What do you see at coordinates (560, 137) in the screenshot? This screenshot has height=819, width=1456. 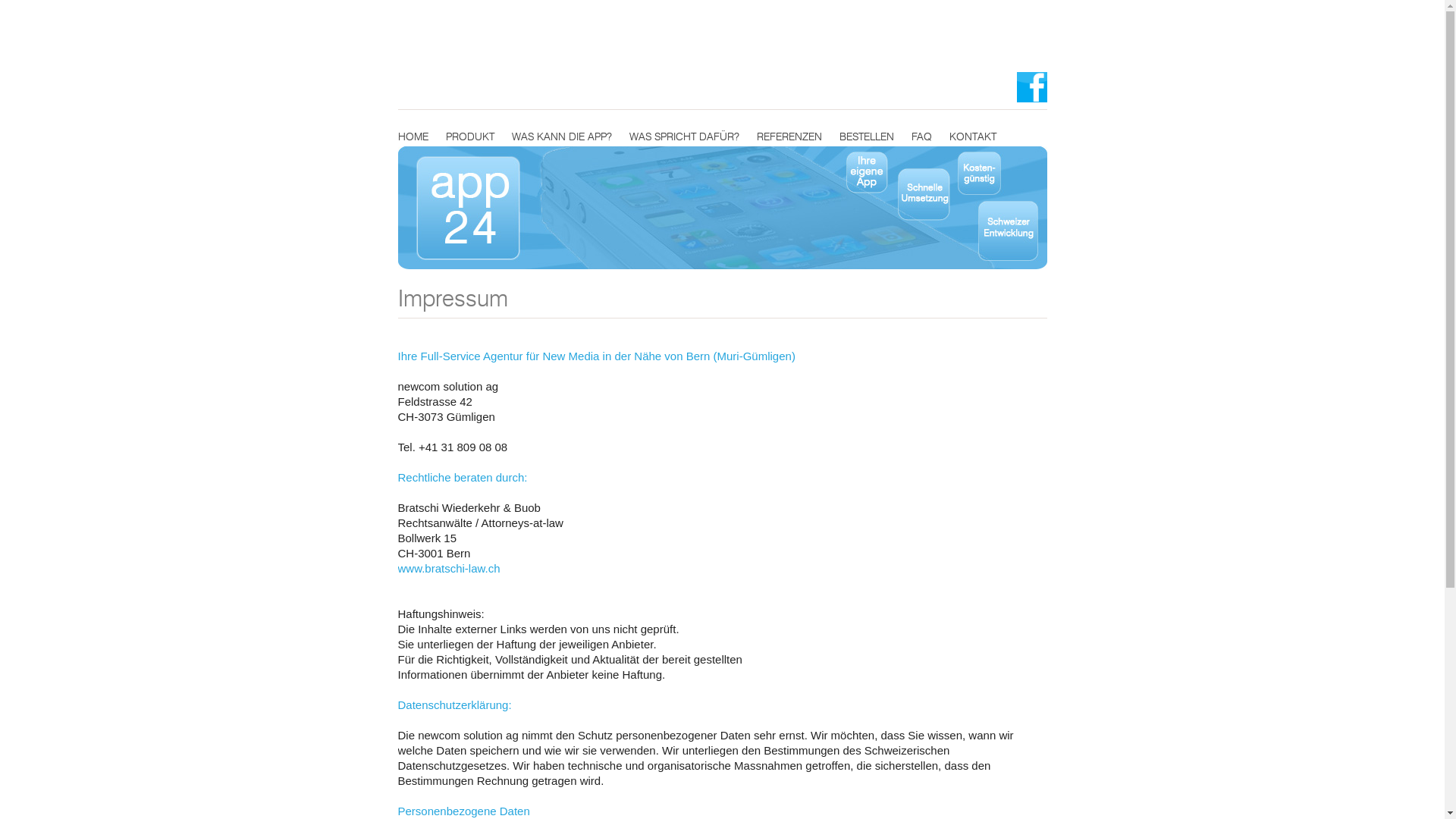 I see `'WAS KANN DIE APP?'` at bounding box center [560, 137].